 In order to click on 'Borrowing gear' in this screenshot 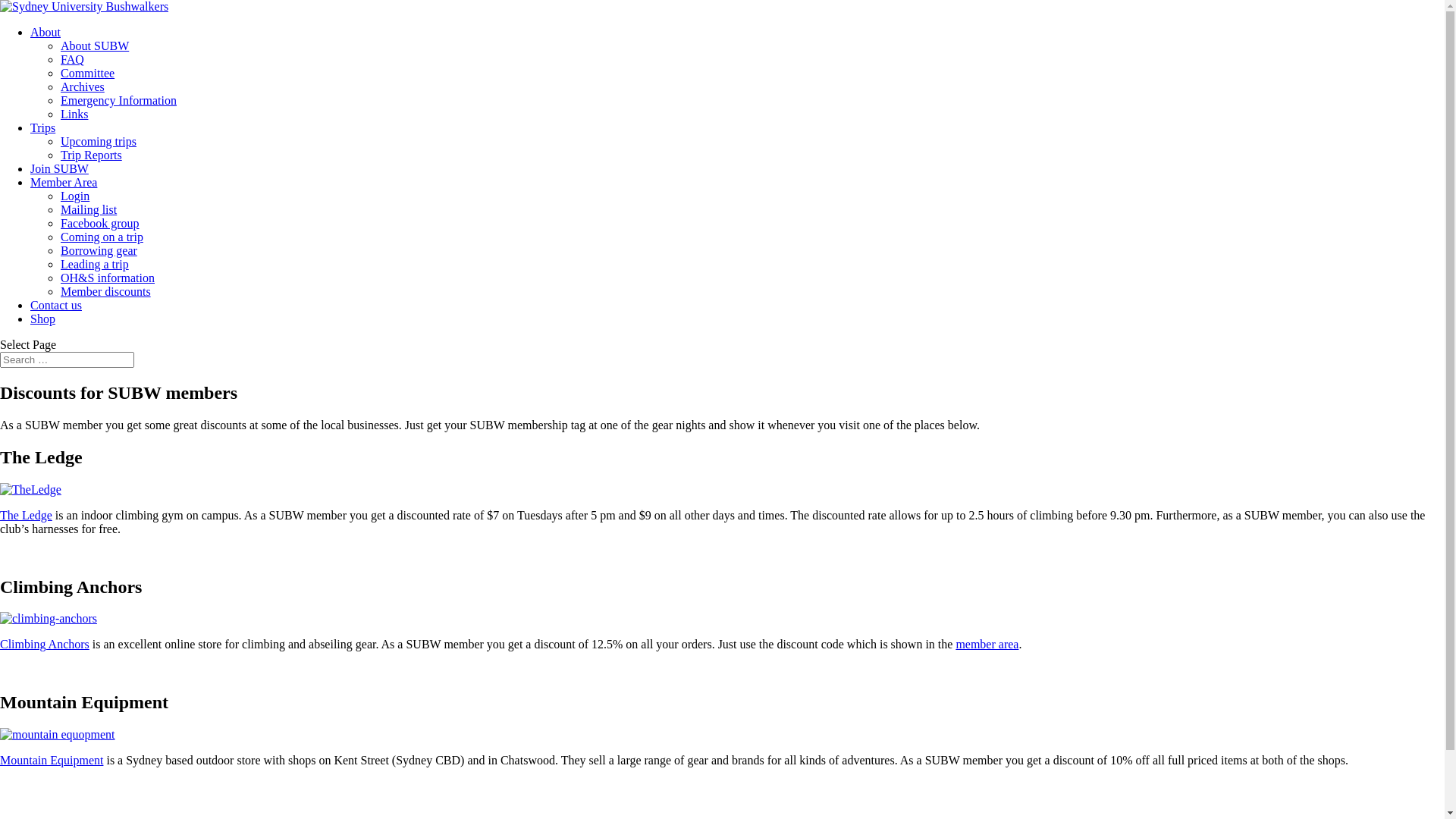, I will do `click(98, 249)`.